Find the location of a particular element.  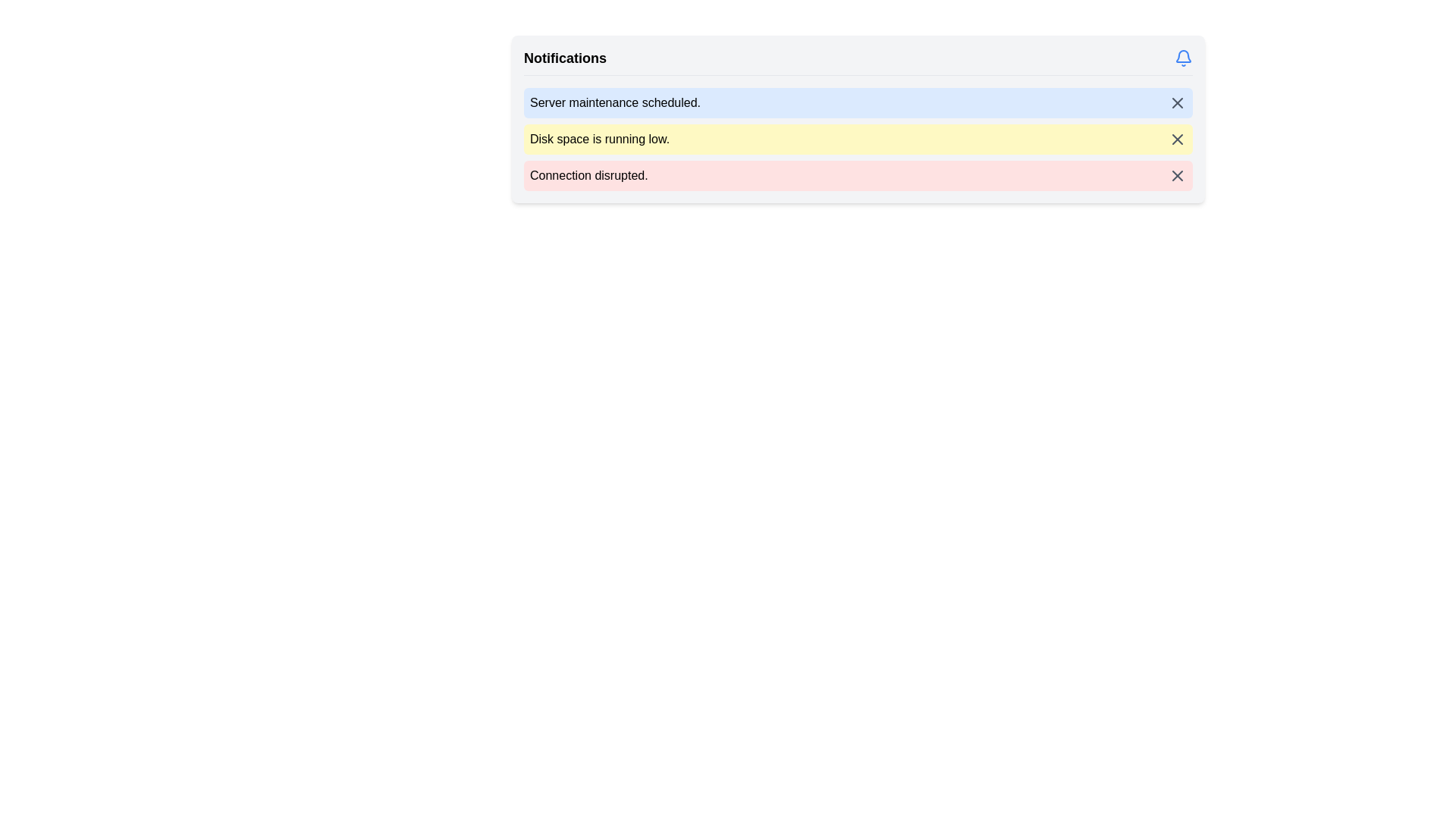

the Close button (X icon) located at the far right of the 'Server maintenance scheduled' notification panel to change its color is located at coordinates (1177, 102).